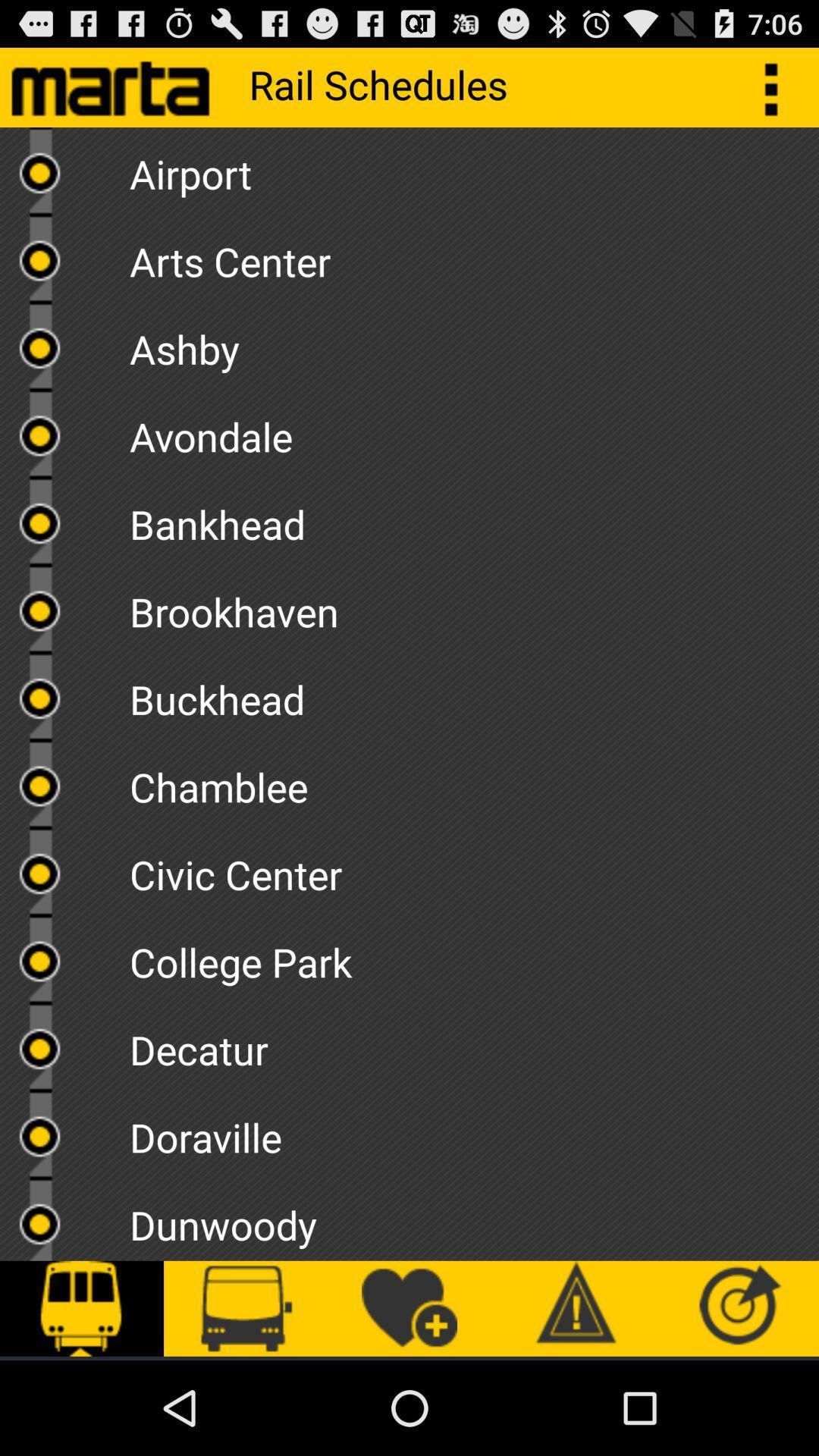 This screenshot has width=819, height=1456. Describe the element at coordinates (473, 343) in the screenshot. I see `the app above the avondale icon` at that location.